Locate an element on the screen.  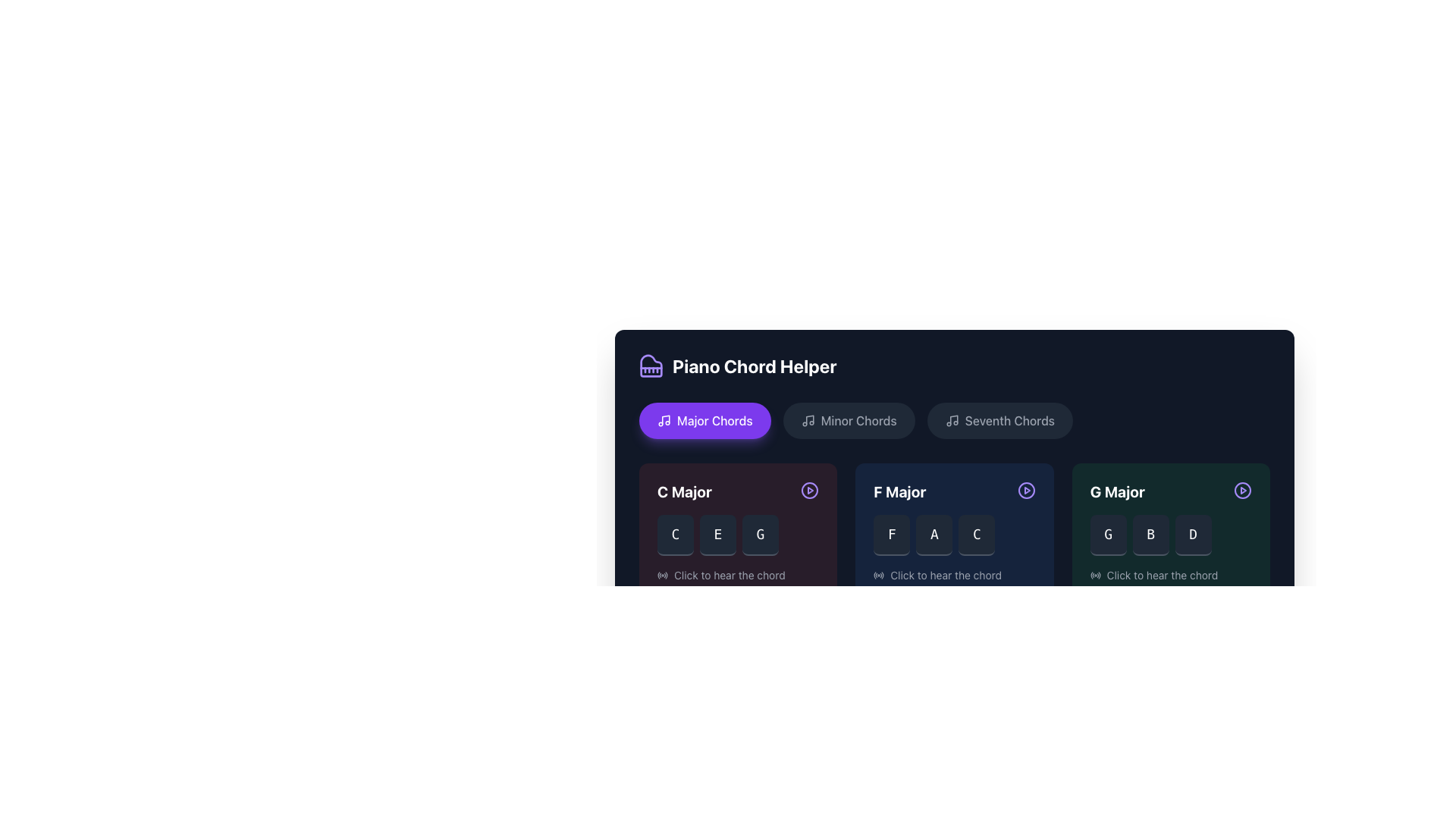
the bold white text label that reads 'C Major', prominently displayed against a dark background, located in the upper-middle section of the interface is located at coordinates (683, 491).